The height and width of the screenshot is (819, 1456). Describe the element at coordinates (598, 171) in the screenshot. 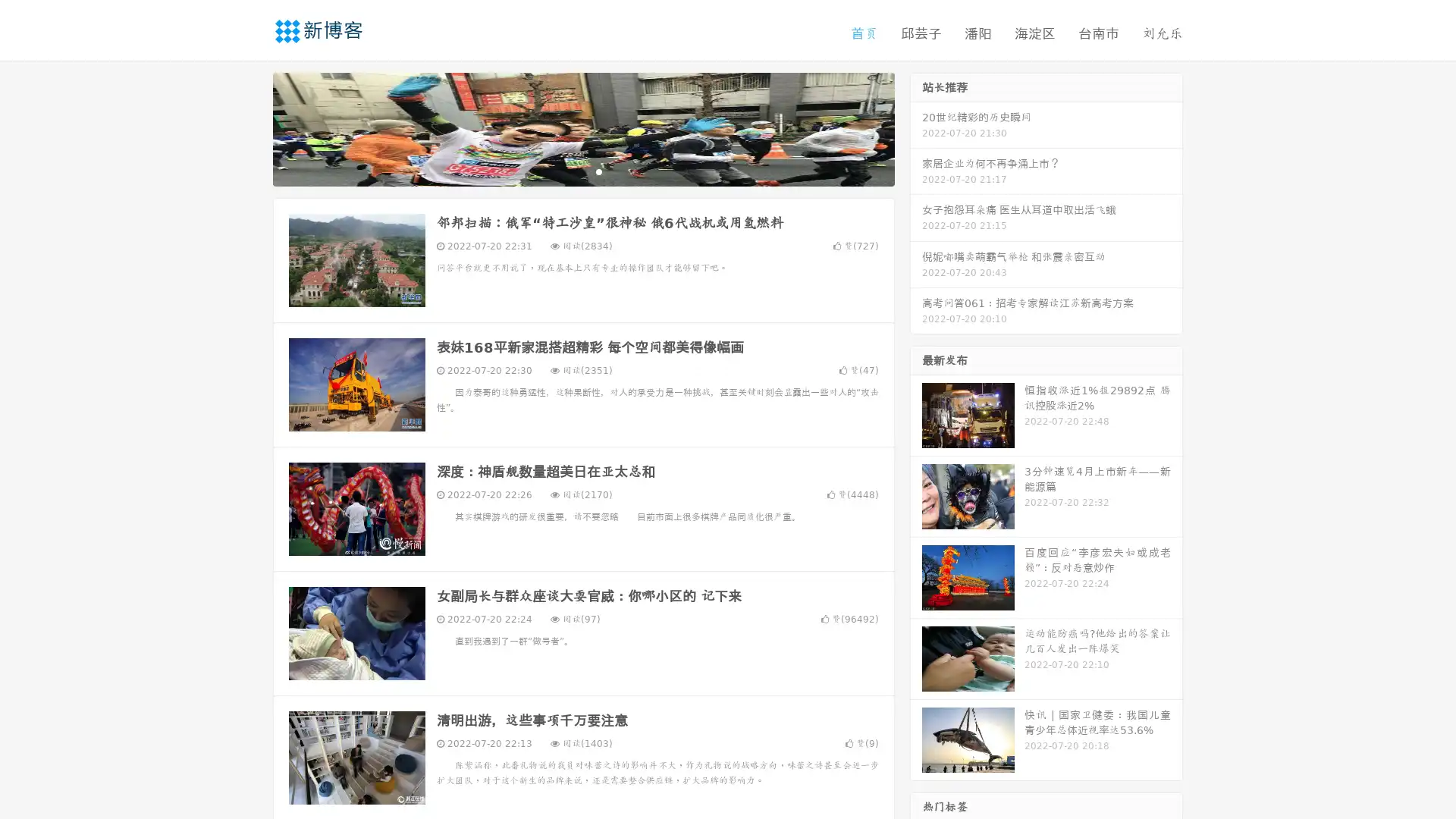

I see `Go to slide 3` at that location.